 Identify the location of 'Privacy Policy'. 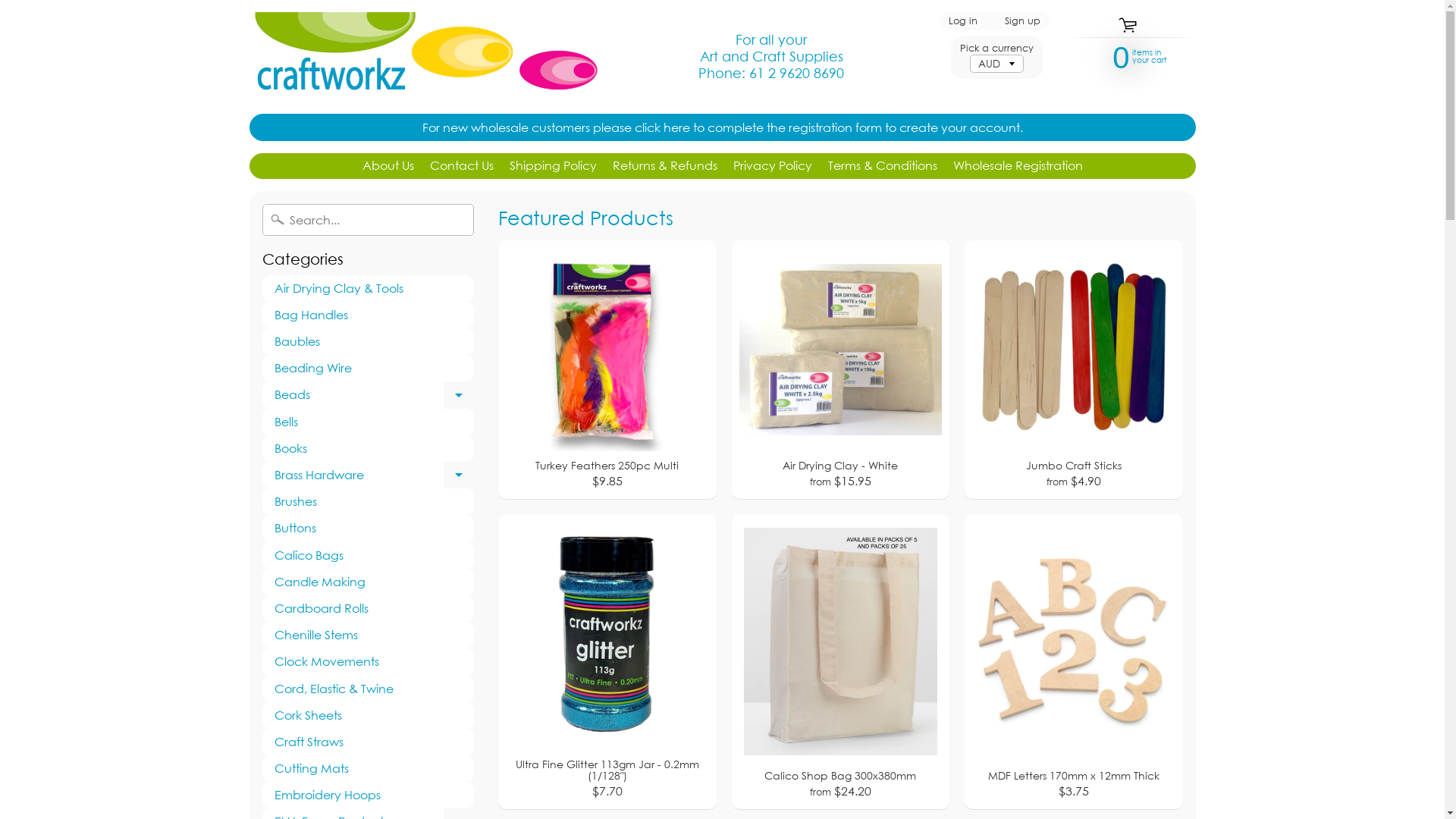
(771, 166).